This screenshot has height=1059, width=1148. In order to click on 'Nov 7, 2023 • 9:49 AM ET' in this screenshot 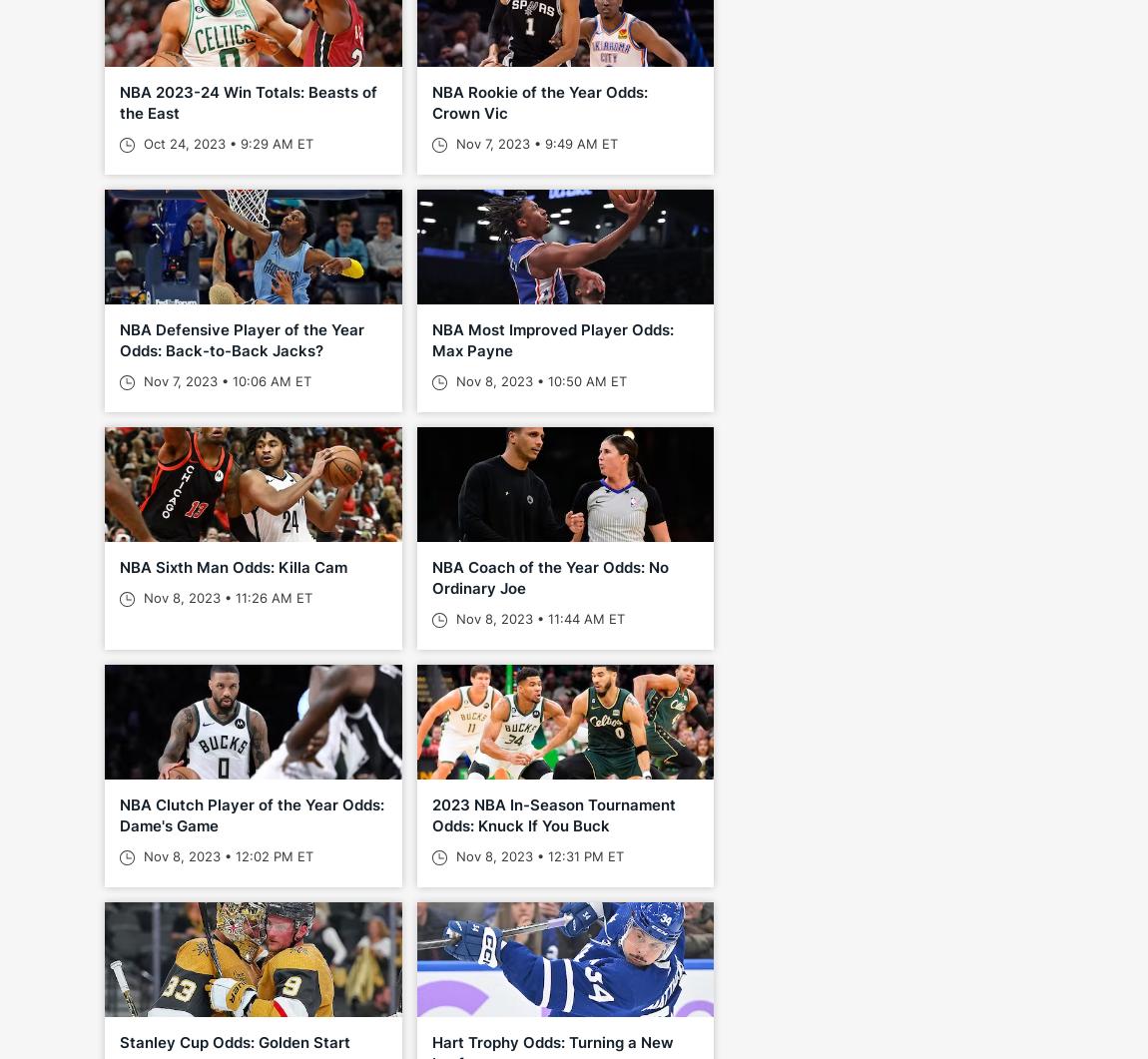, I will do `click(533, 143)`.